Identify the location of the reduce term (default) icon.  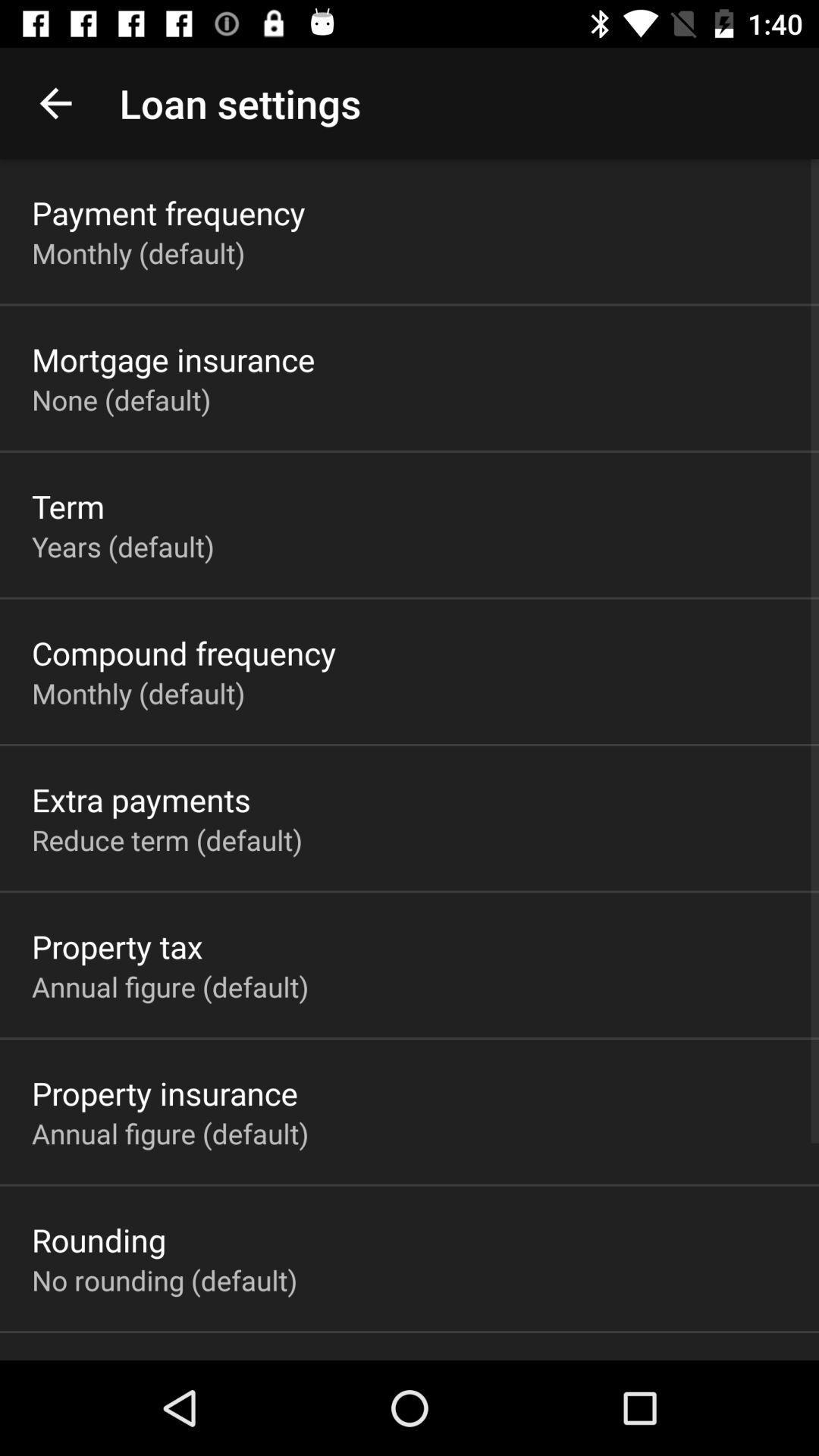
(167, 839).